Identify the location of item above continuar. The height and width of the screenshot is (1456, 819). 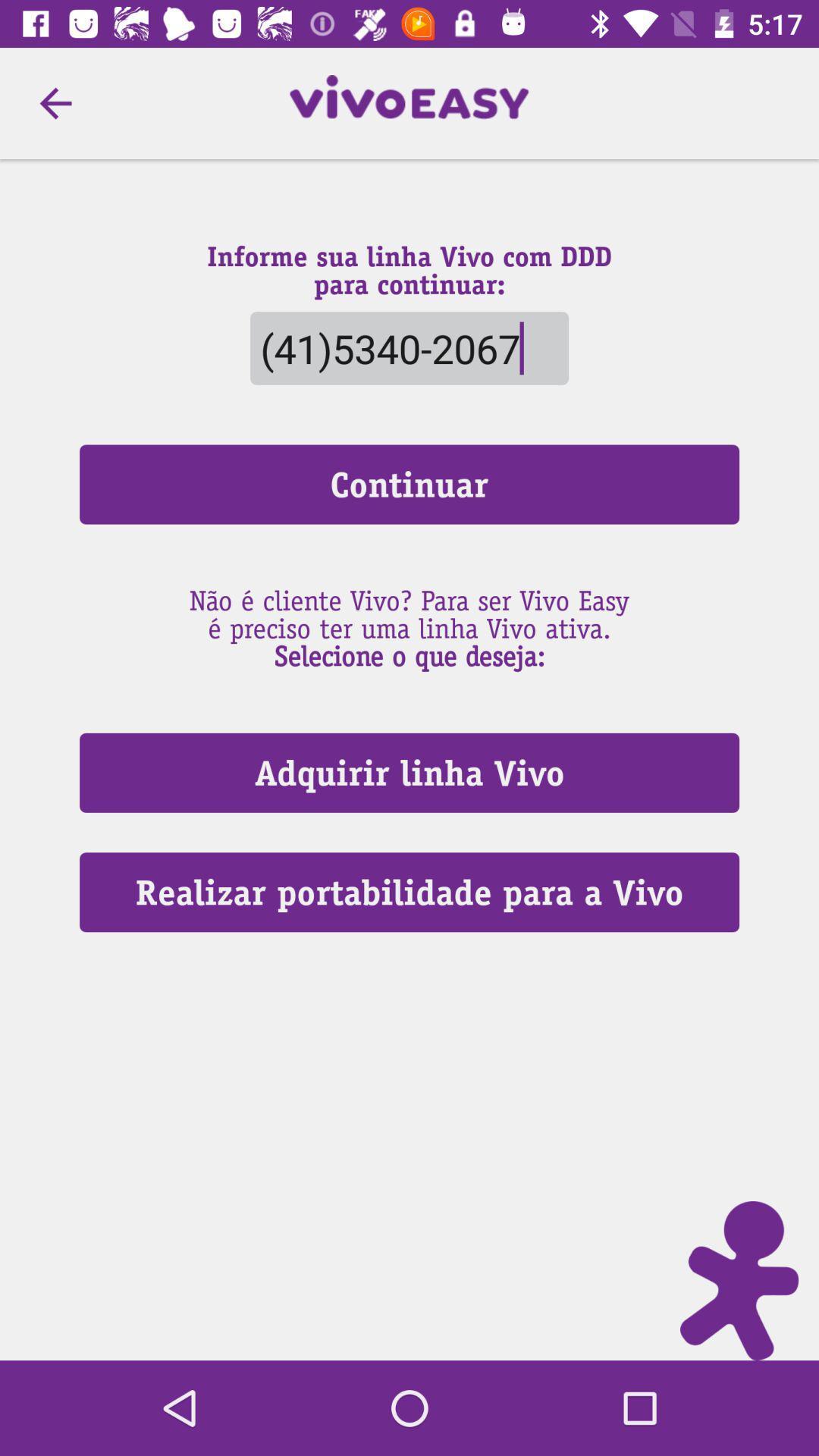
(55, 102).